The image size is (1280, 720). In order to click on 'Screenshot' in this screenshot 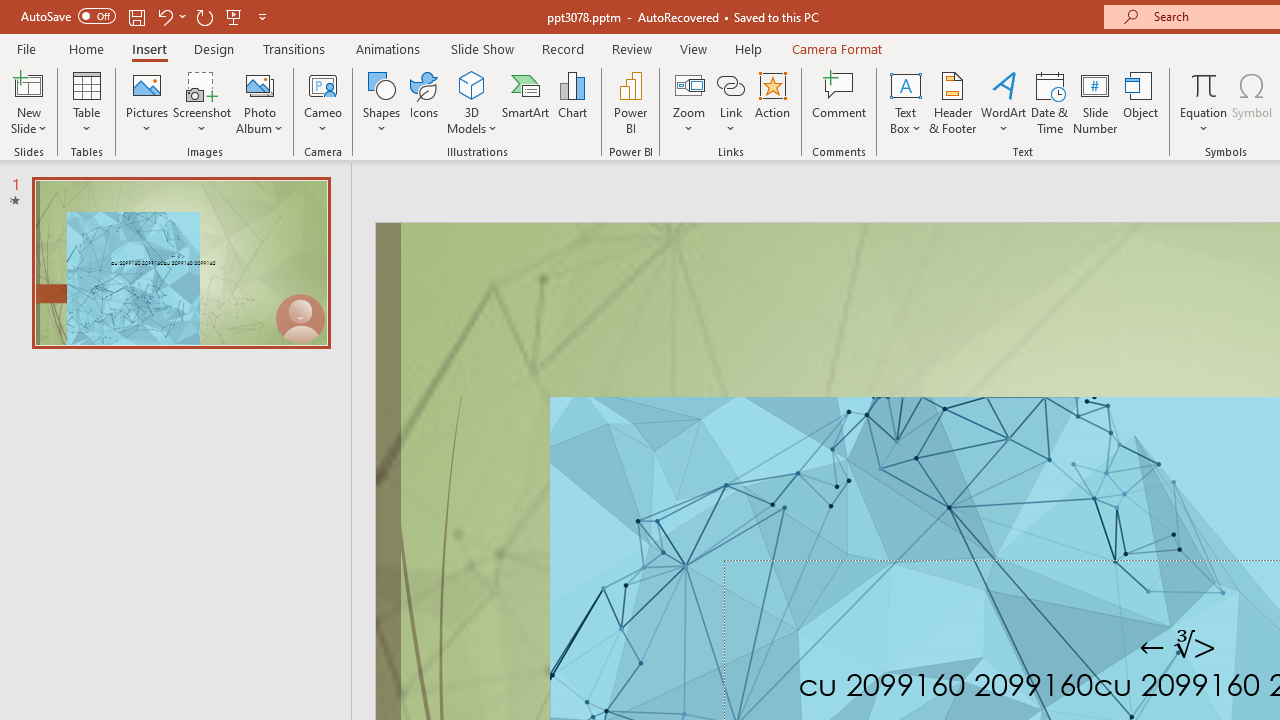, I will do `click(202, 103)`.